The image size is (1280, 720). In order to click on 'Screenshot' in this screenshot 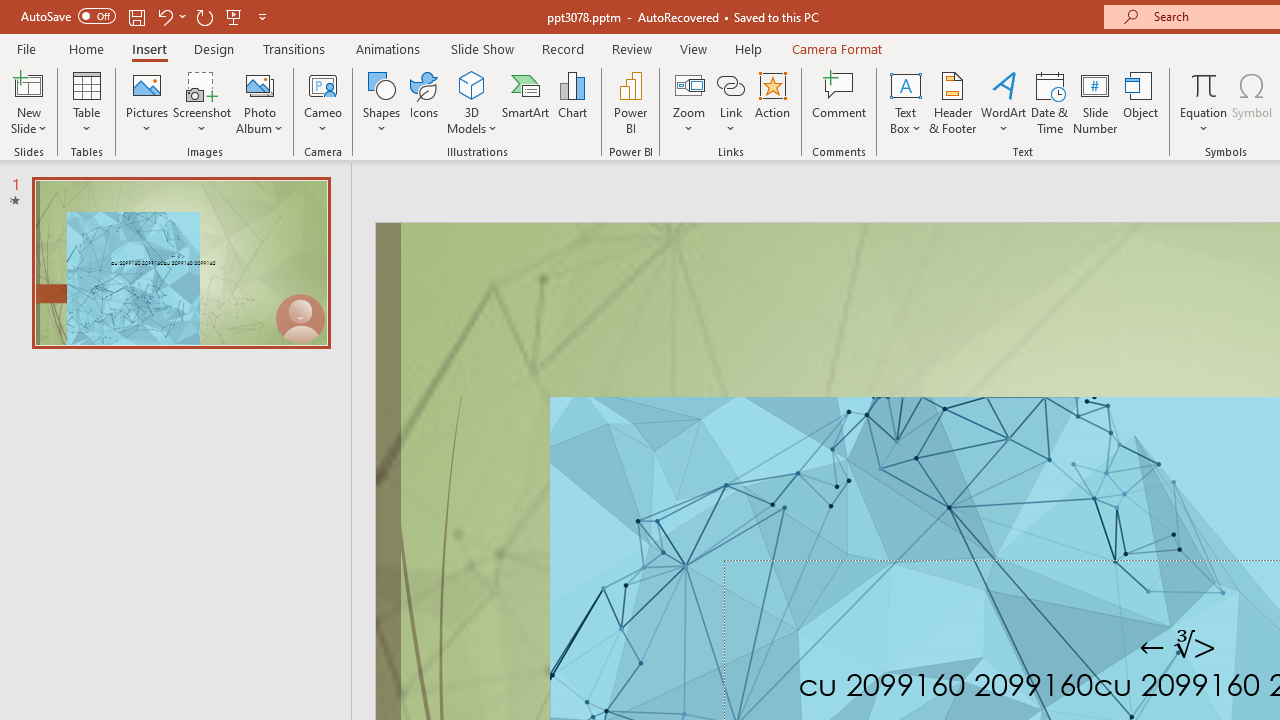, I will do `click(202, 103)`.